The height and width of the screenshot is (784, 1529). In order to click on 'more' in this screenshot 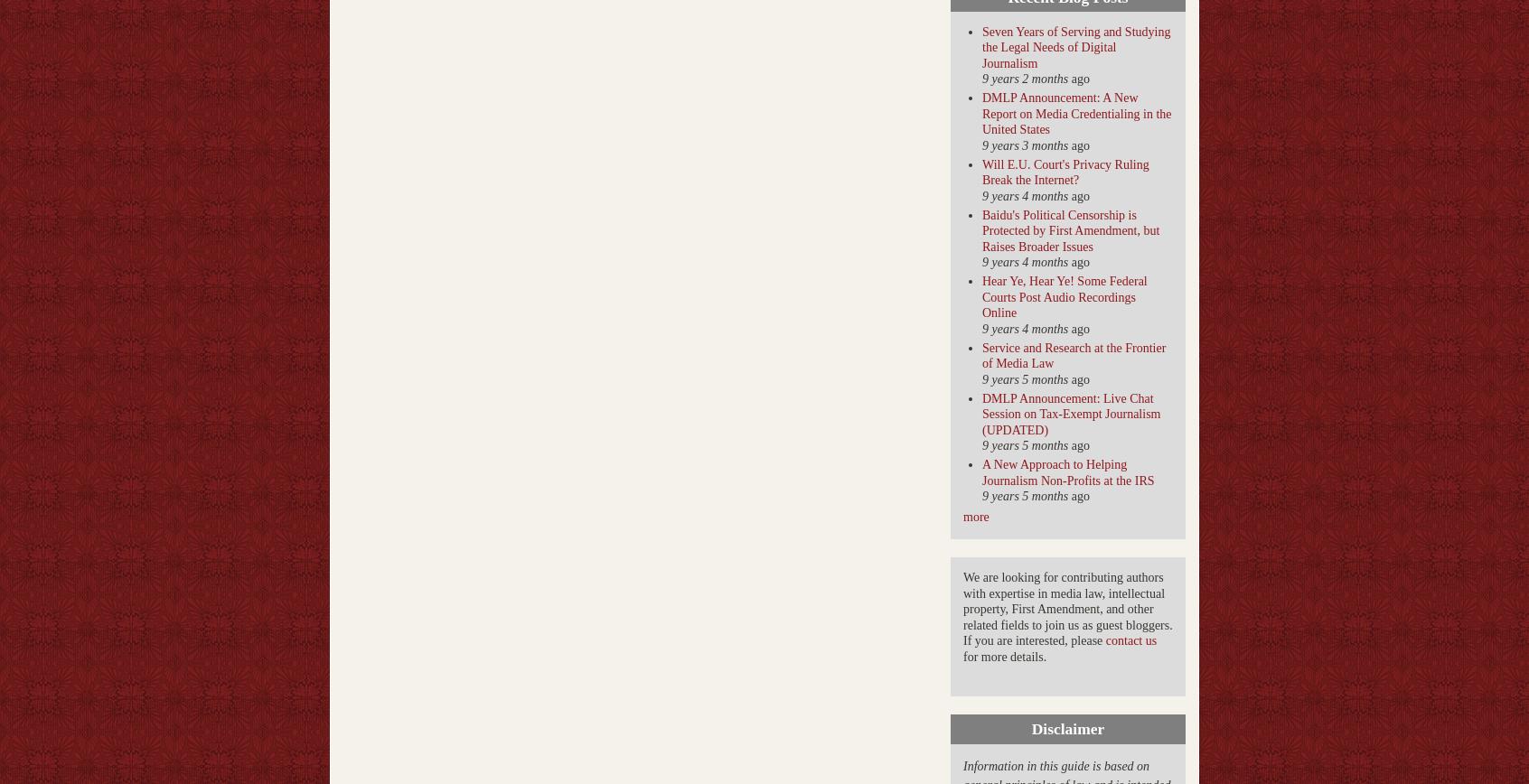, I will do `click(976, 517)`.